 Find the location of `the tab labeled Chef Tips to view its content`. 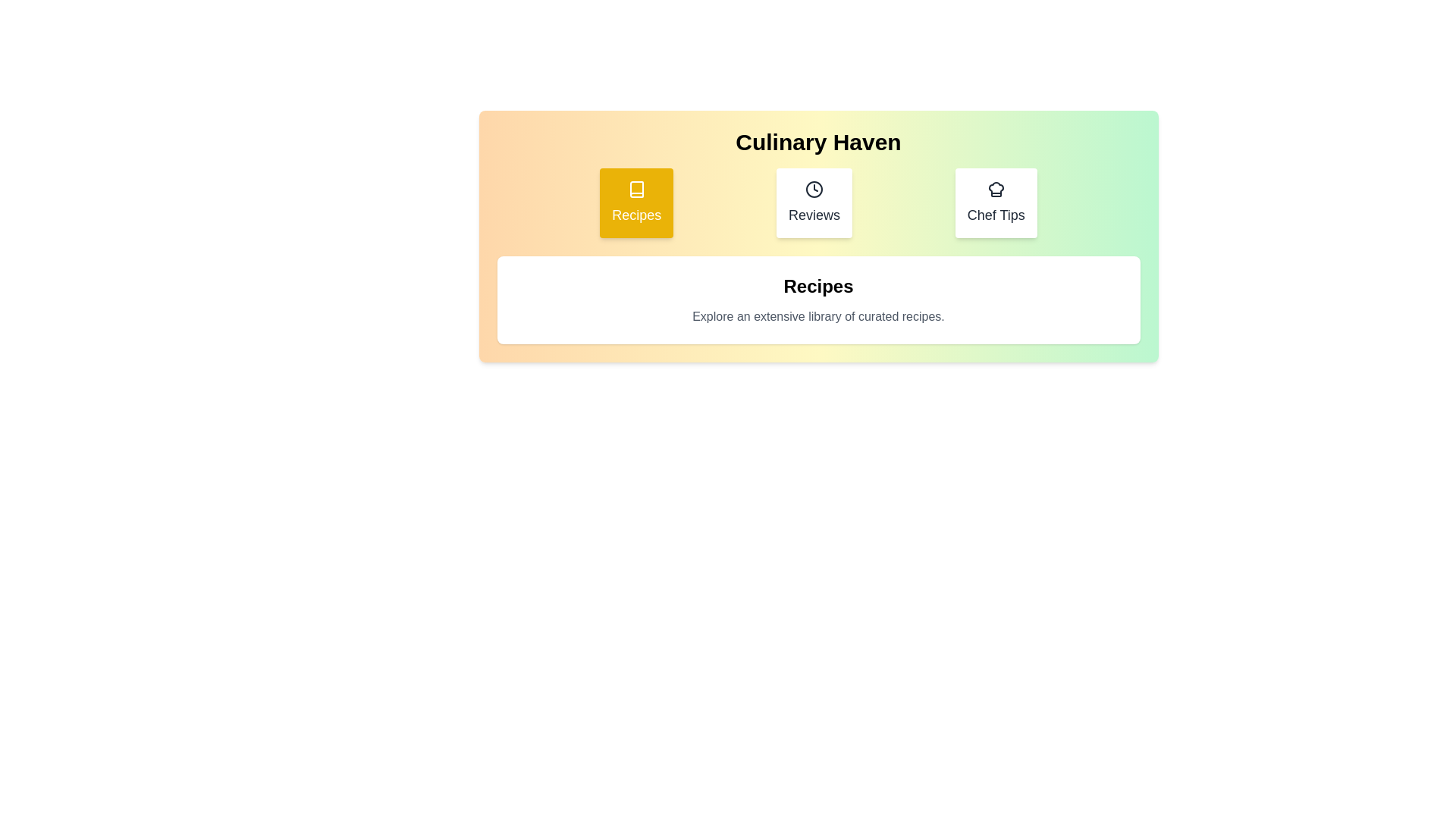

the tab labeled Chef Tips to view its content is located at coordinates (996, 202).